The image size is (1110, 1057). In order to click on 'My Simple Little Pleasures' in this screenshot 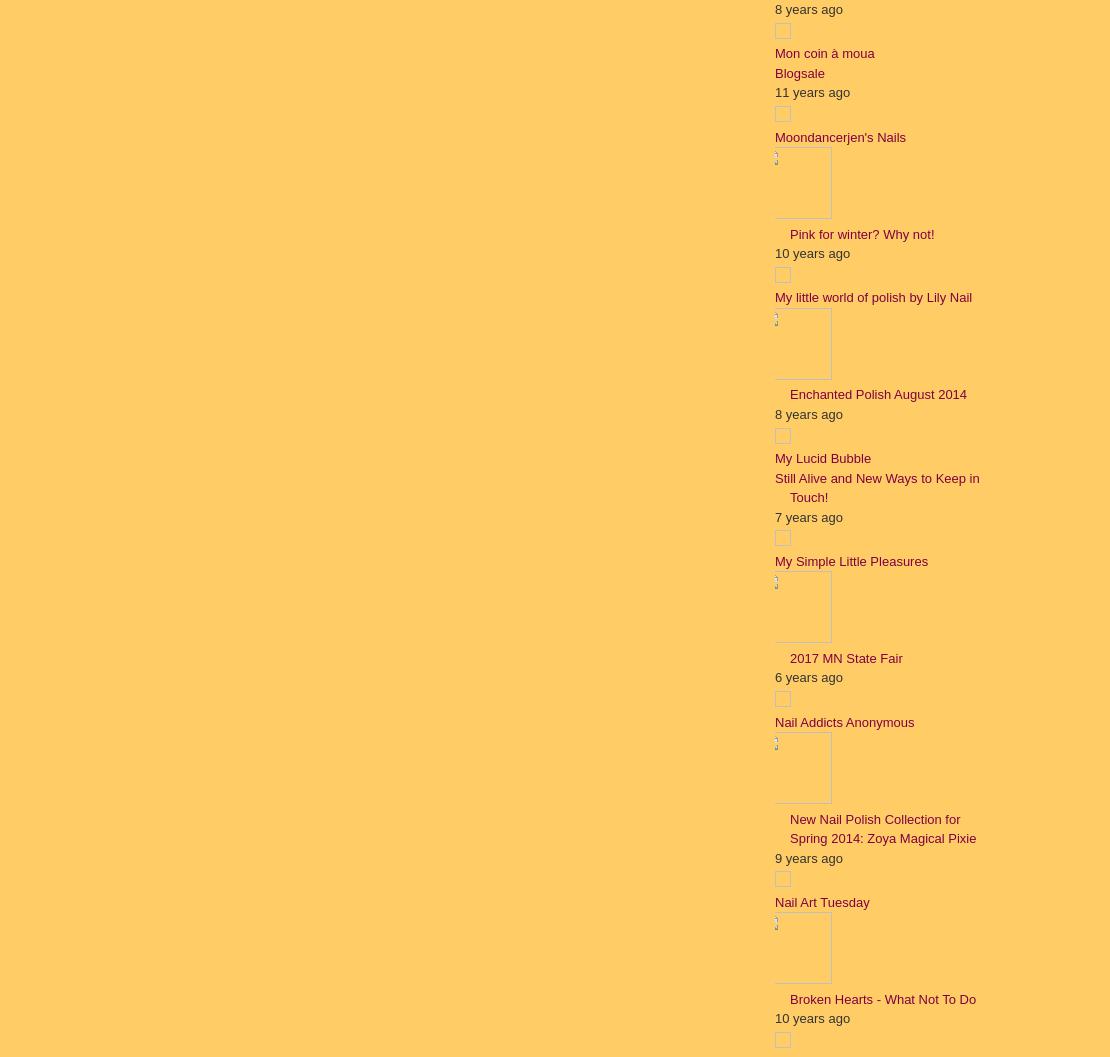, I will do `click(850, 559)`.